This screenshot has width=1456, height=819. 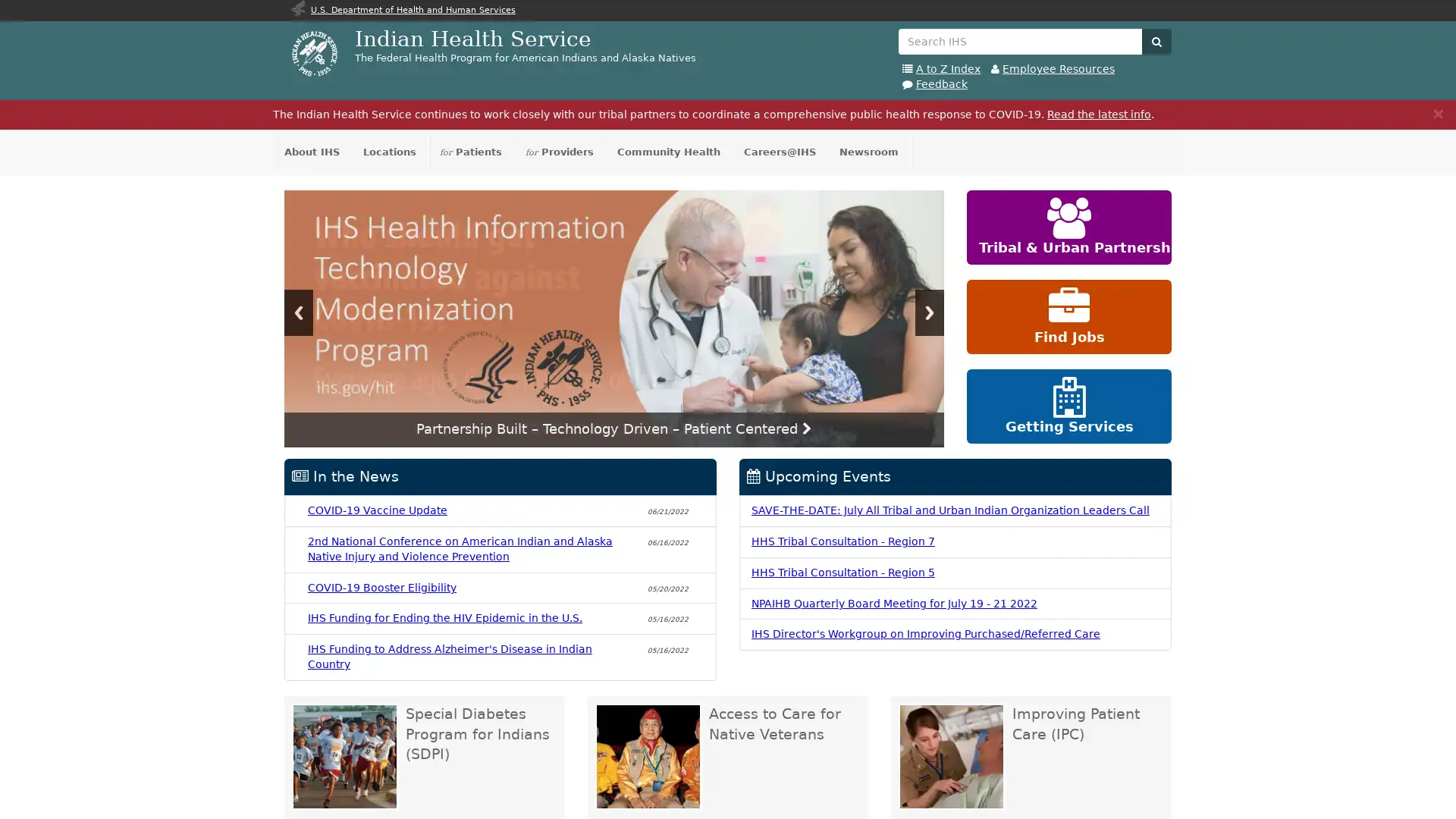 What do you see at coordinates (1068, 315) in the screenshot?
I see `Find Jobs` at bounding box center [1068, 315].